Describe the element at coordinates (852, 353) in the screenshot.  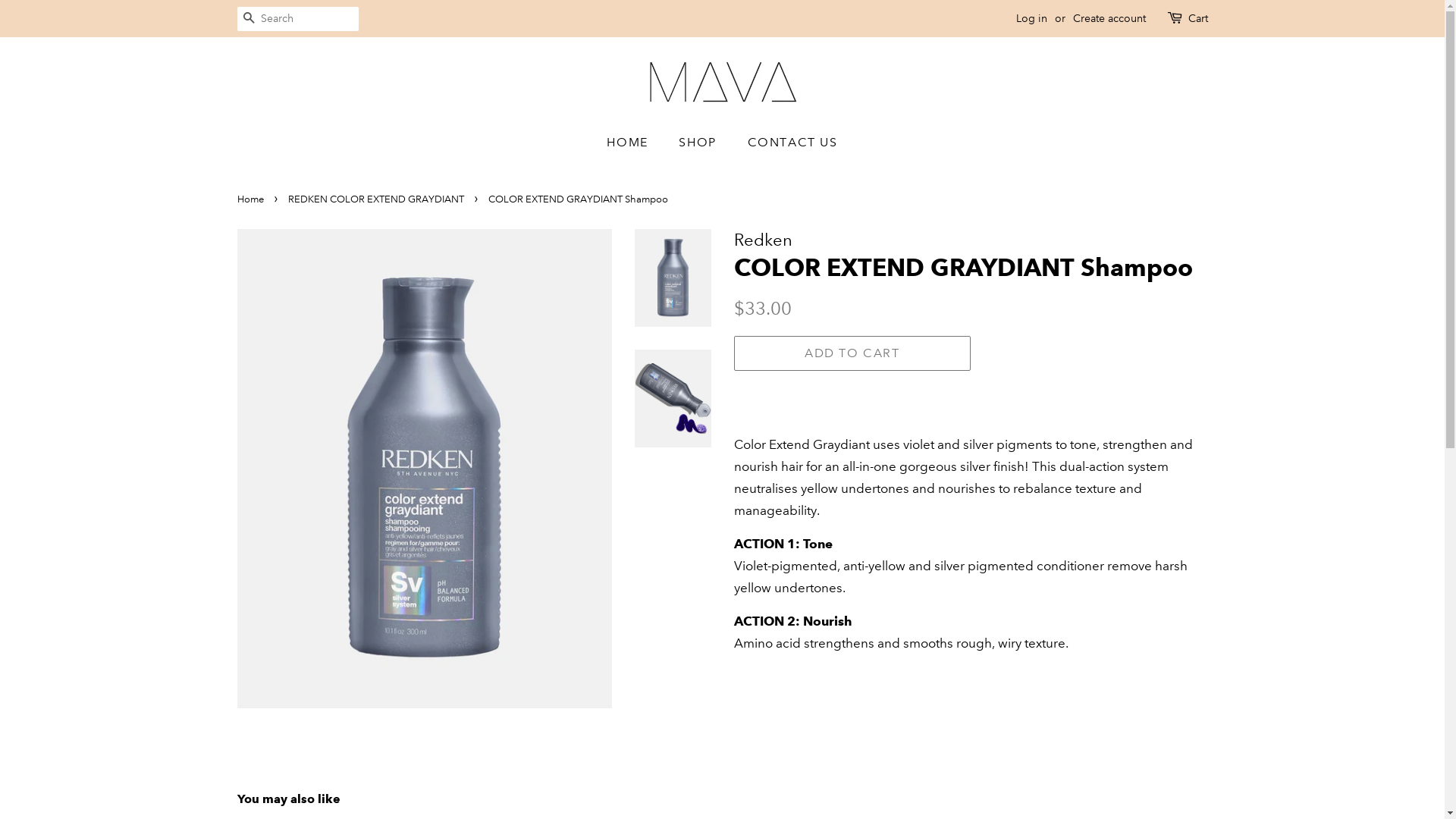
I see `'ADD TO CART'` at that location.